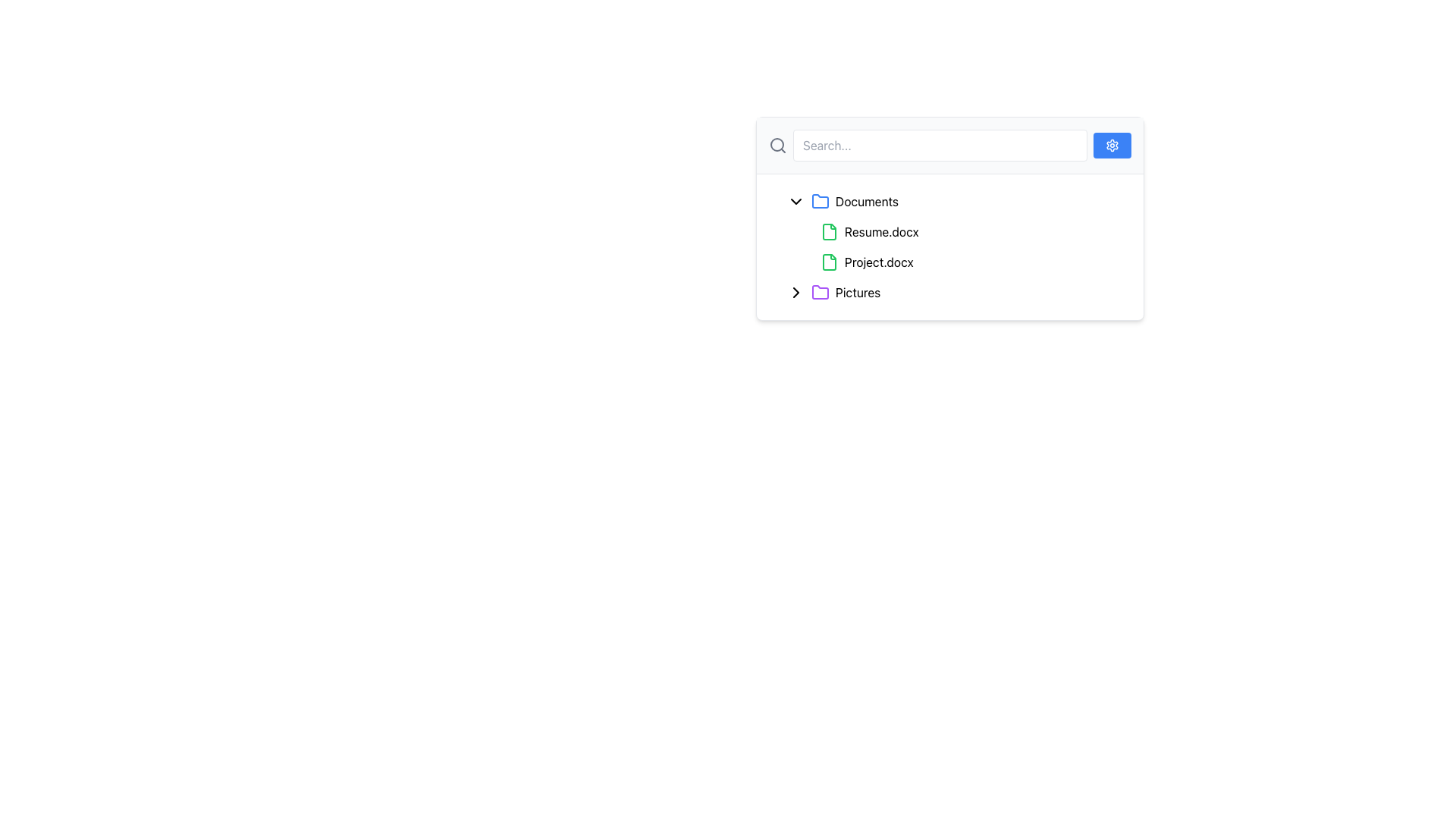 This screenshot has height=819, width=1456. I want to click on the right arrow icon that indicates interaction with the 'Pictures' folder in the file explorer interface, so click(795, 292).